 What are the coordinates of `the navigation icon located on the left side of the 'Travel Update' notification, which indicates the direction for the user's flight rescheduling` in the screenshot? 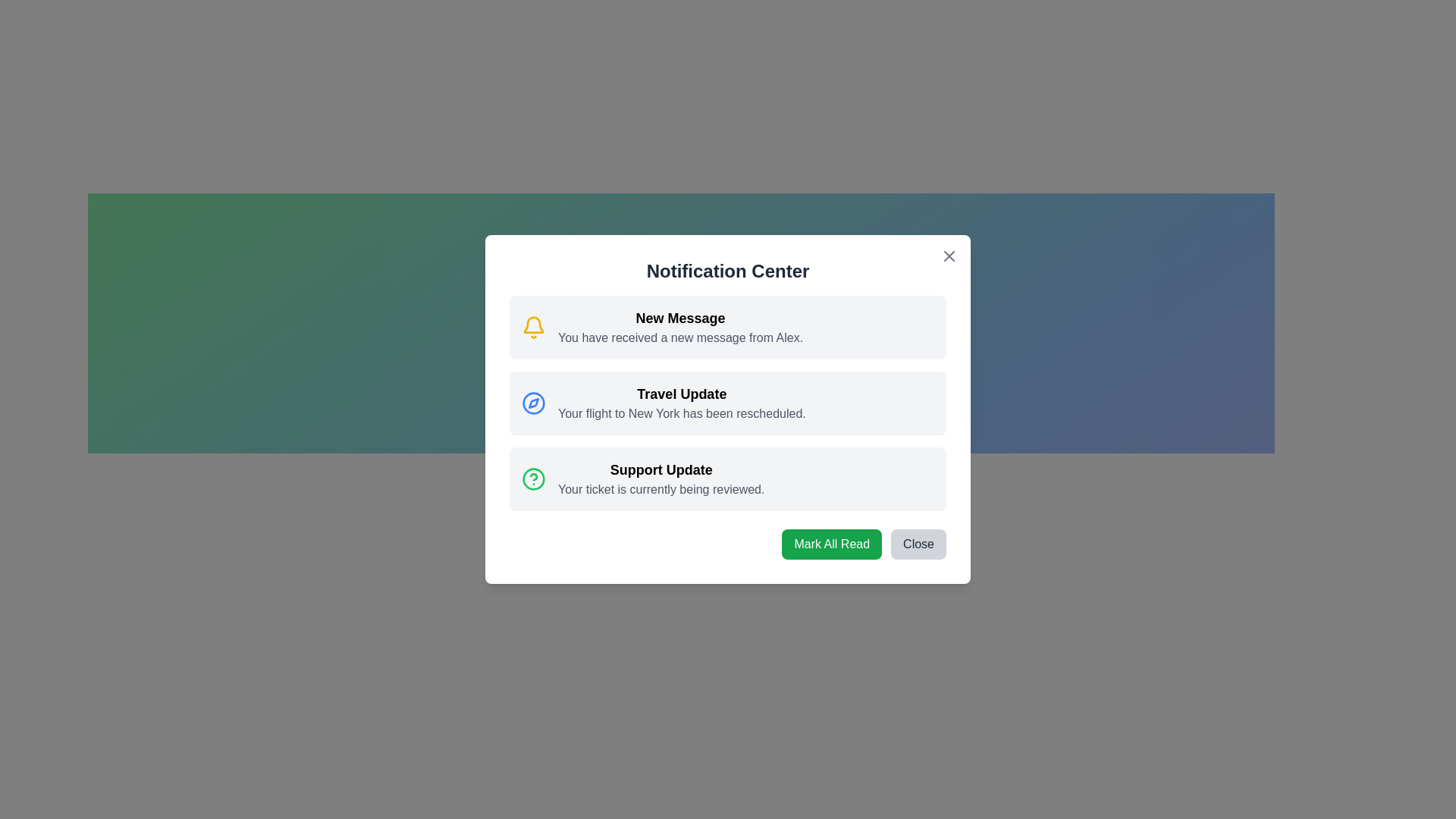 It's located at (534, 403).